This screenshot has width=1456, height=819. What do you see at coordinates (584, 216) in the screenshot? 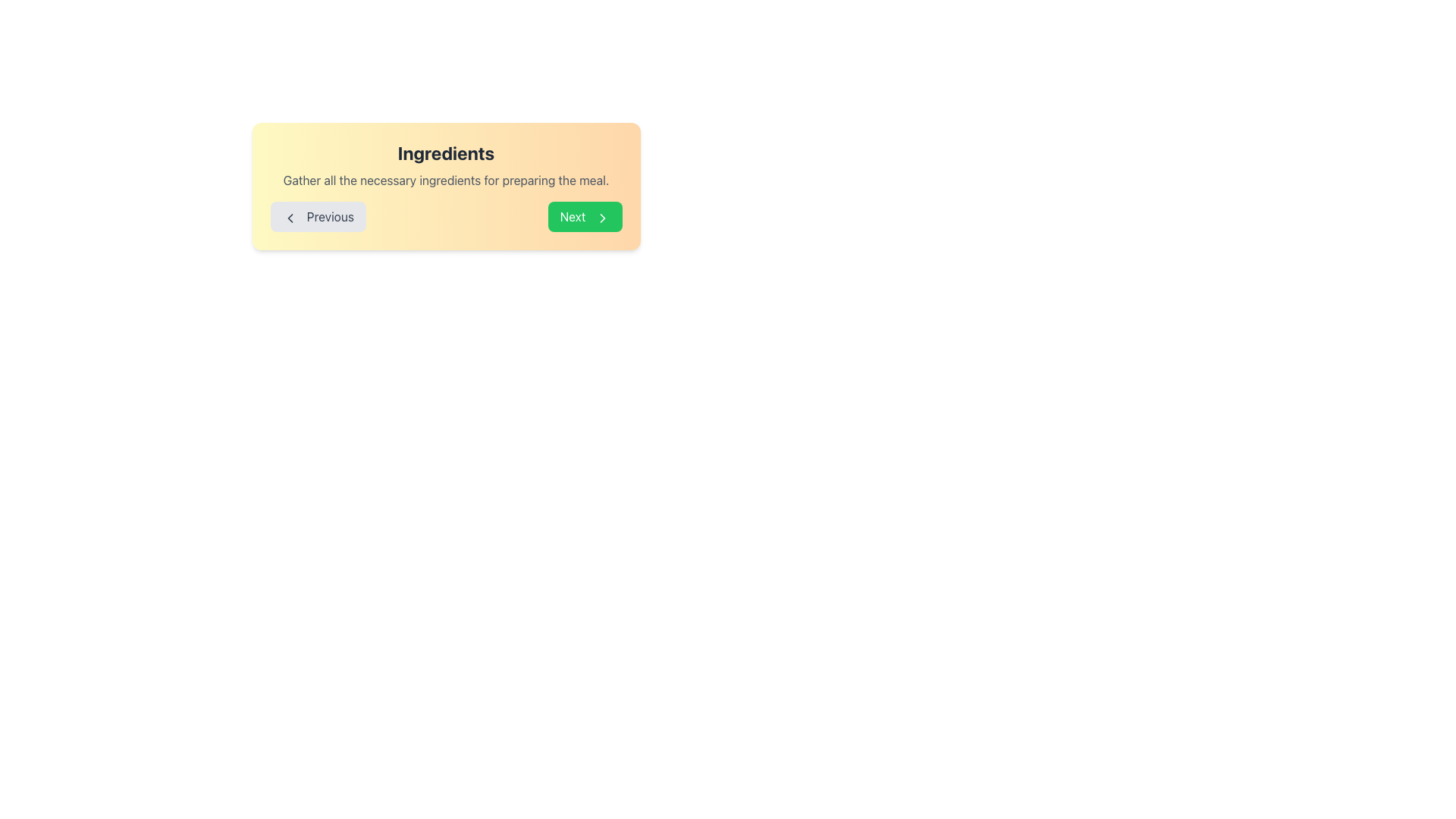
I see `the green rectangular button labeled 'Next' with a right-pointing arrow icon` at bounding box center [584, 216].